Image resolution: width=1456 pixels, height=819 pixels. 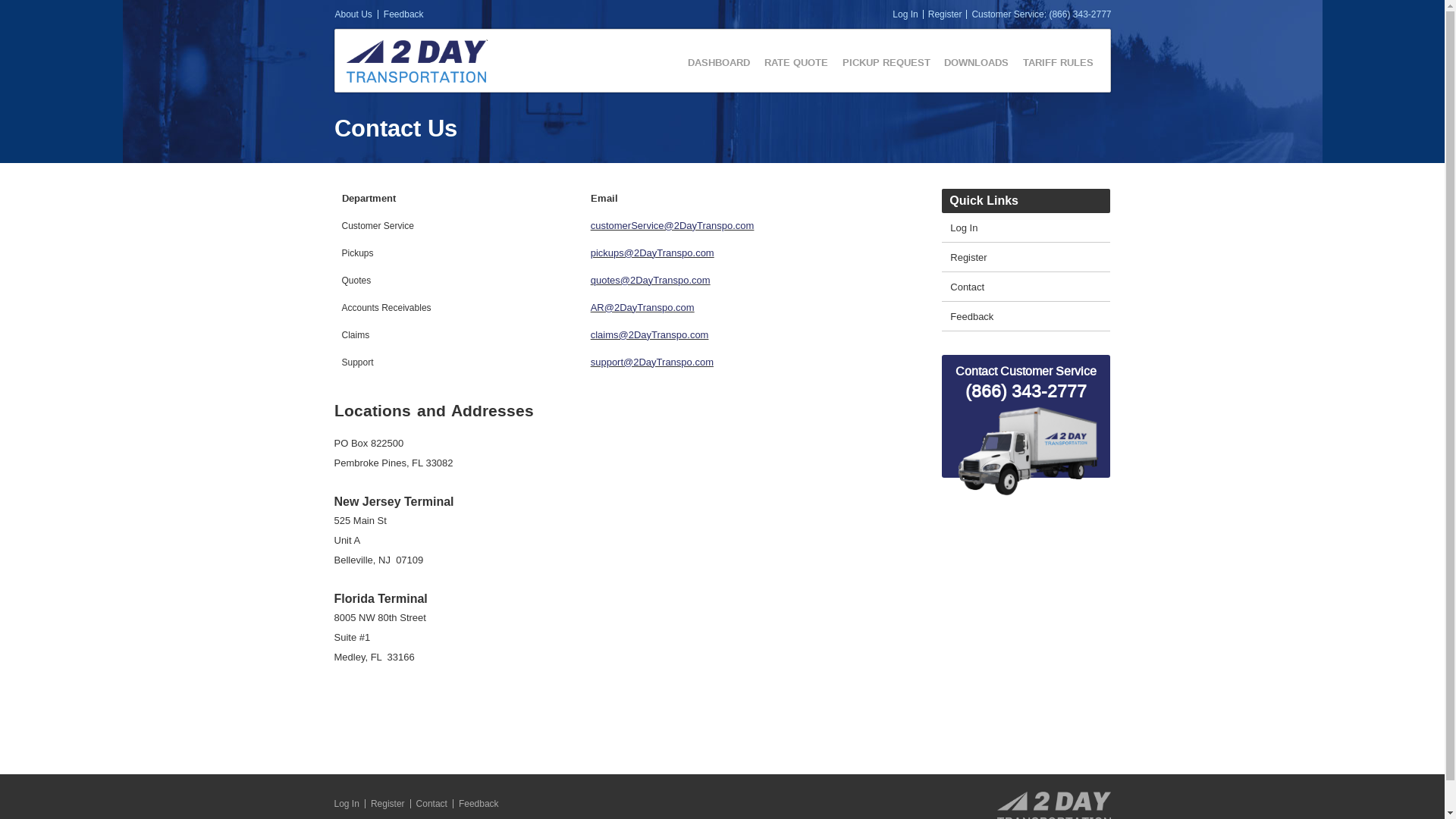 What do you see at coordinates (789, 61) in the screenshot?
I see `'RATE QUOTE'` at bounding box center [789, 61].